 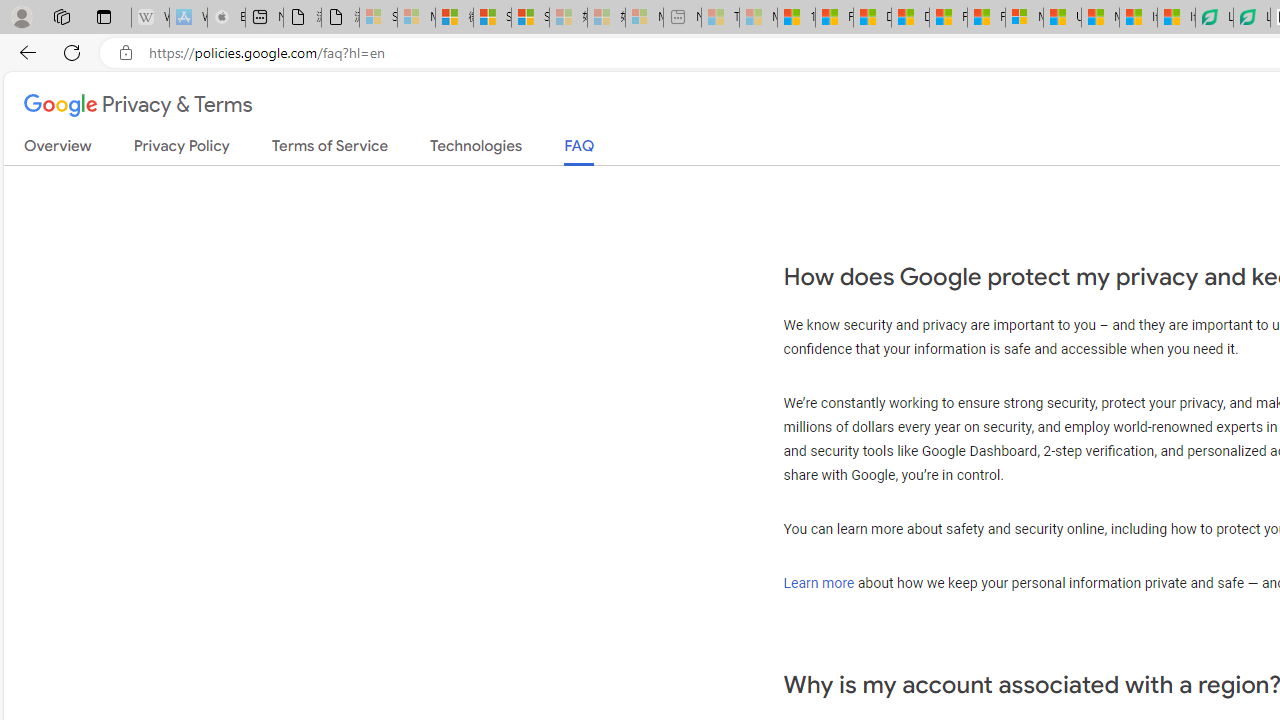 I want to click on 'Terms of Service', so click(x=330, y=149).